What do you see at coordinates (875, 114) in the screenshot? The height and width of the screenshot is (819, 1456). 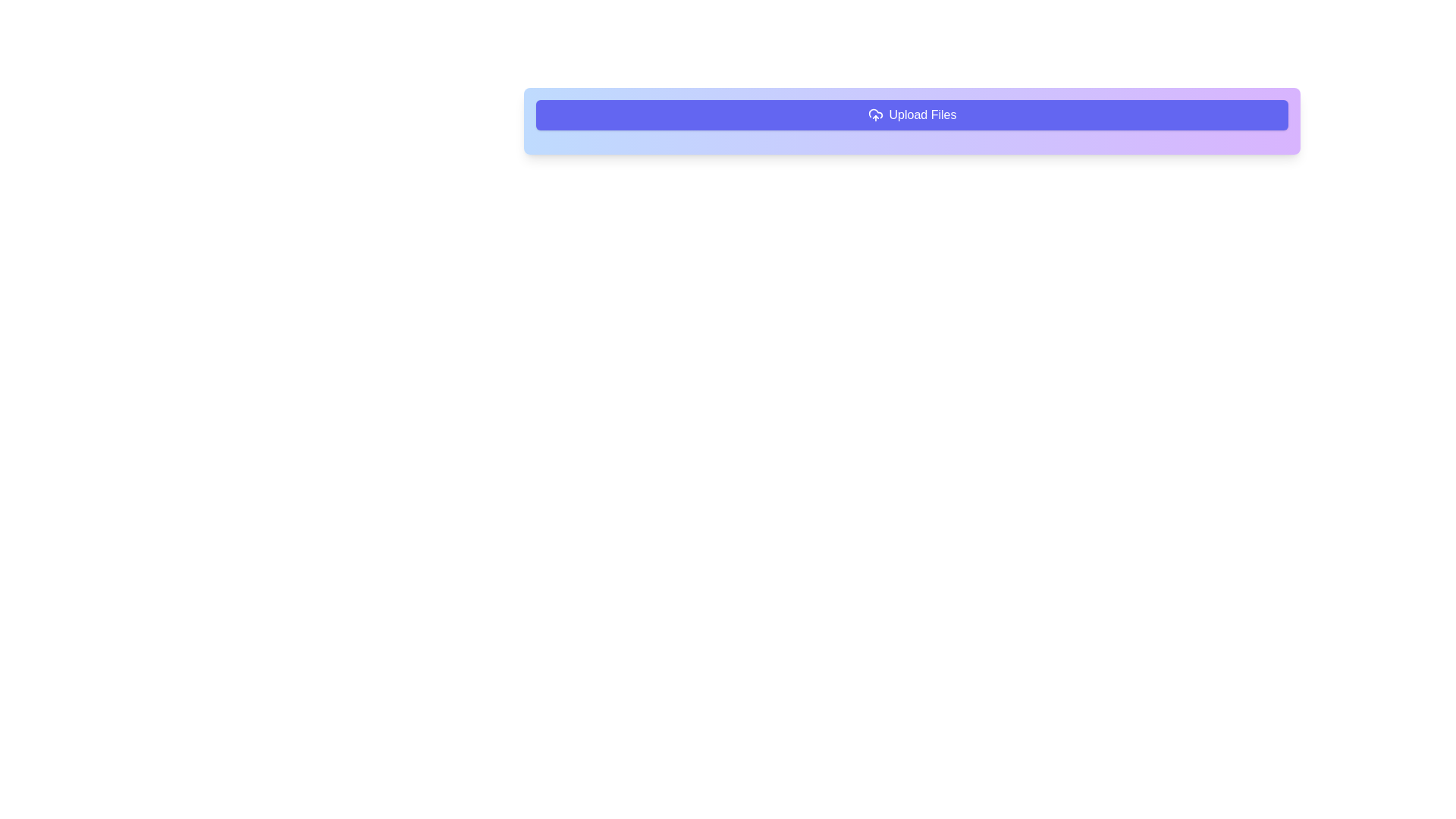 I see `the small cloud icon with an upward arrow located to the left of the 'Upload Files' button` at bounding box center [875, 114].